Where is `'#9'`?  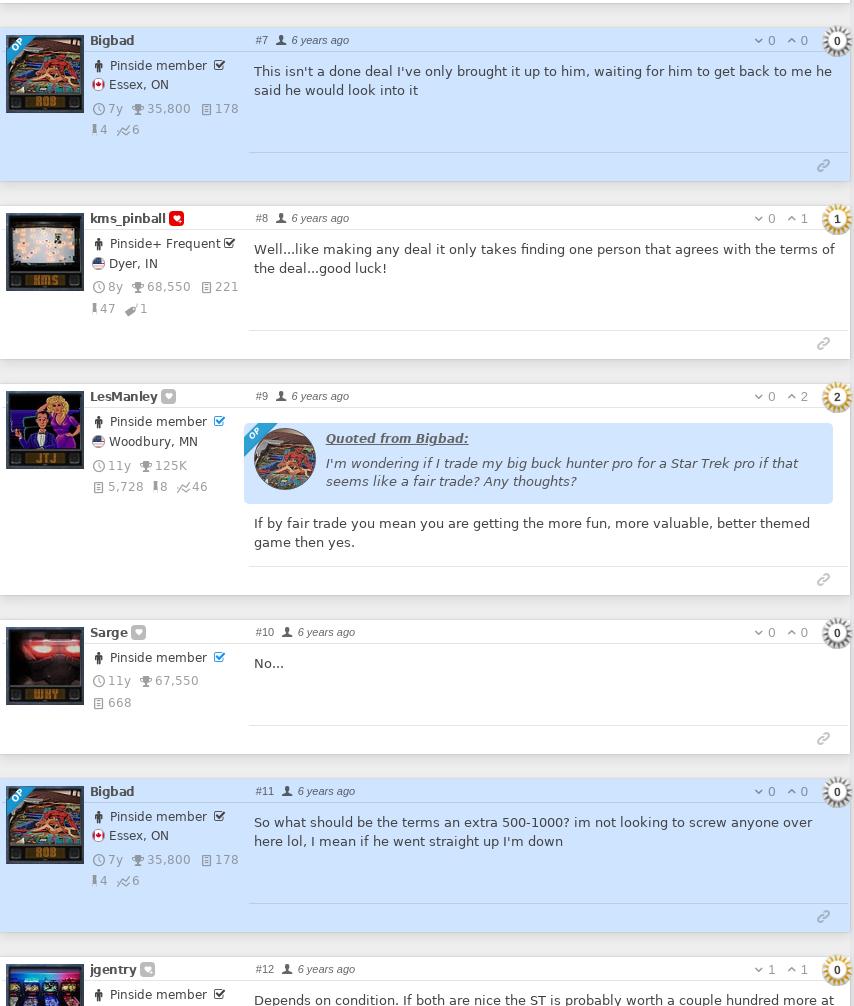
'#9' is located at coordinates (260, 394).